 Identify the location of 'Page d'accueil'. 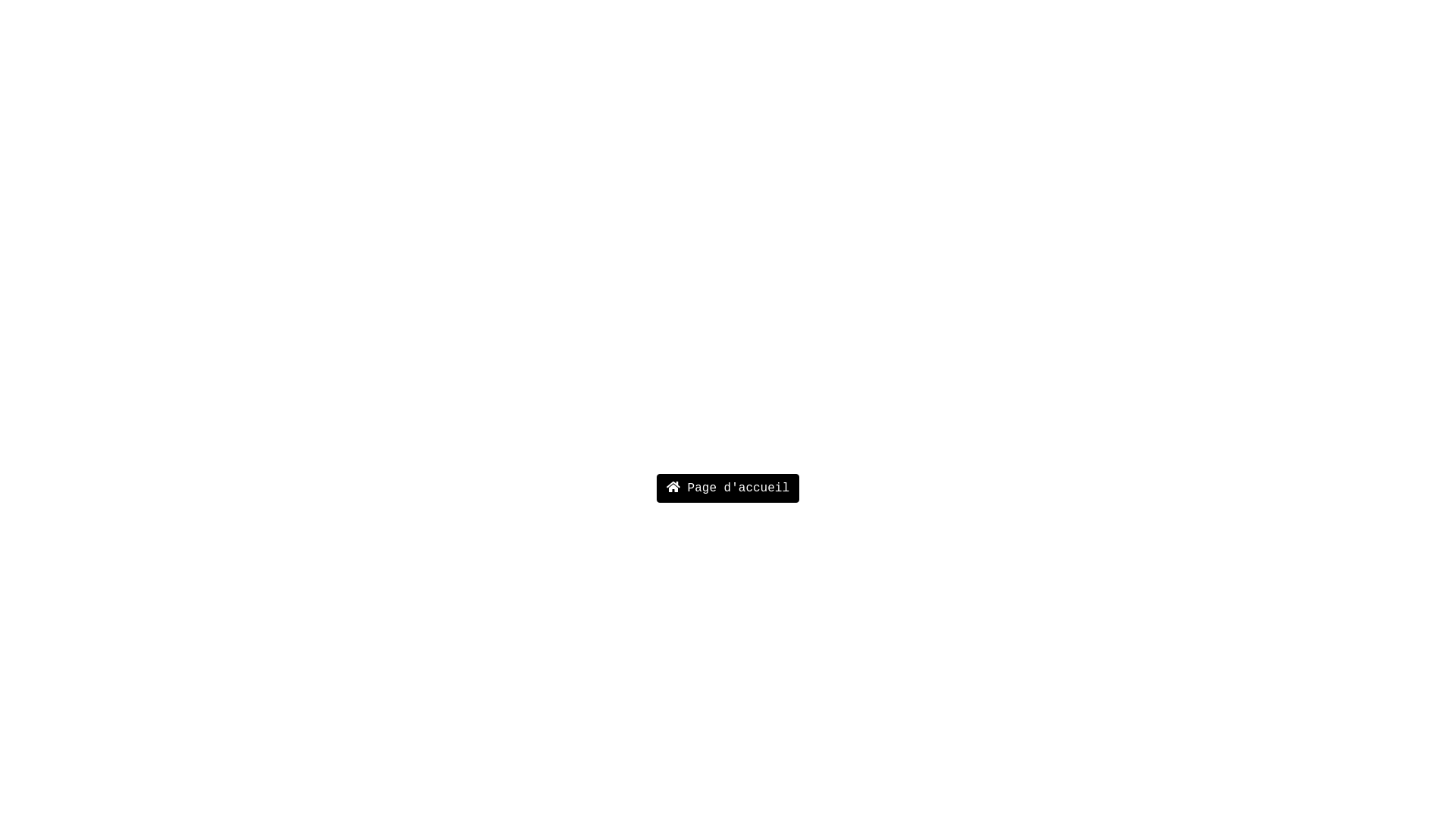
(728, 488).